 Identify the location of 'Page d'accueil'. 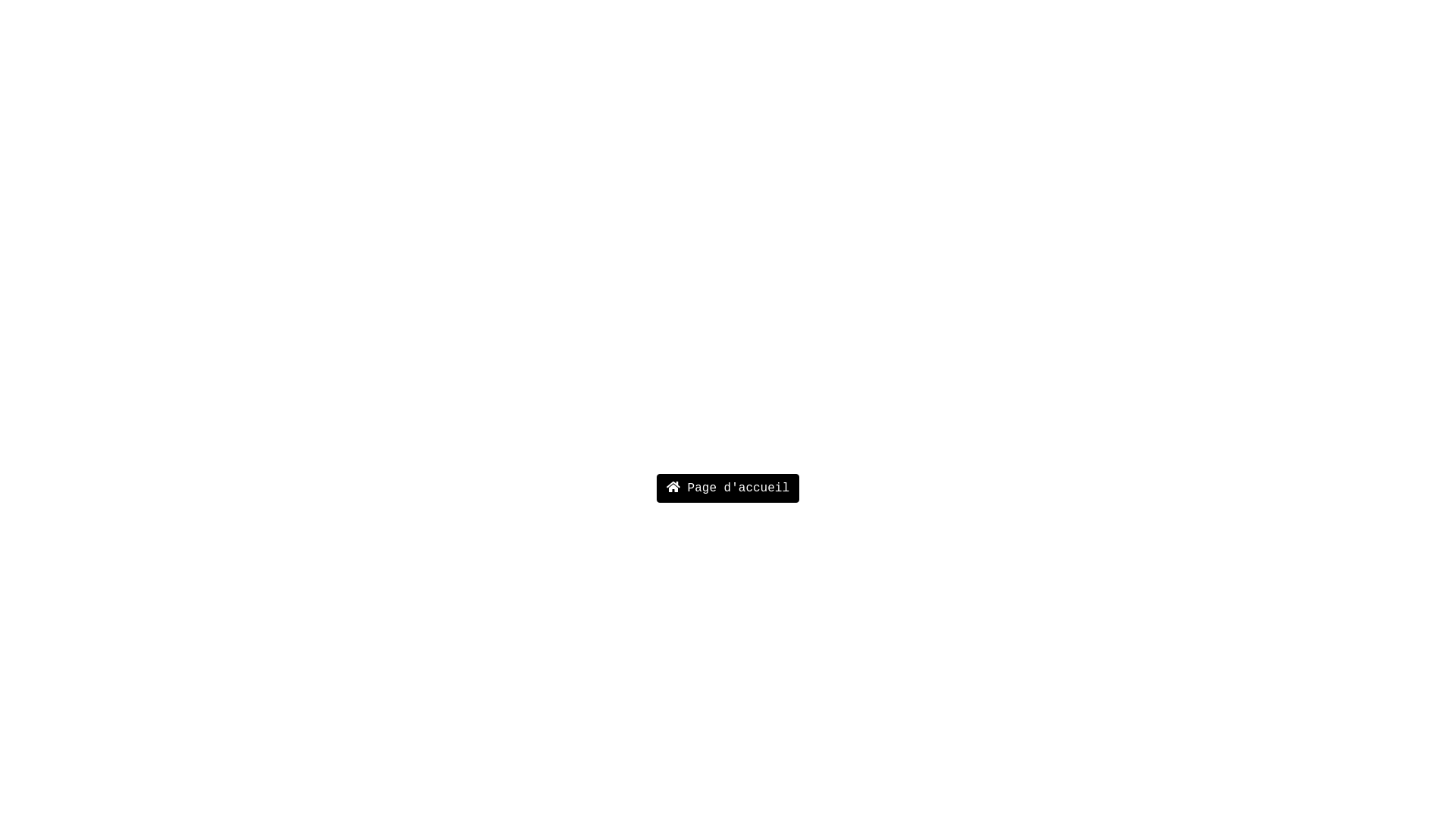
(728, 488).